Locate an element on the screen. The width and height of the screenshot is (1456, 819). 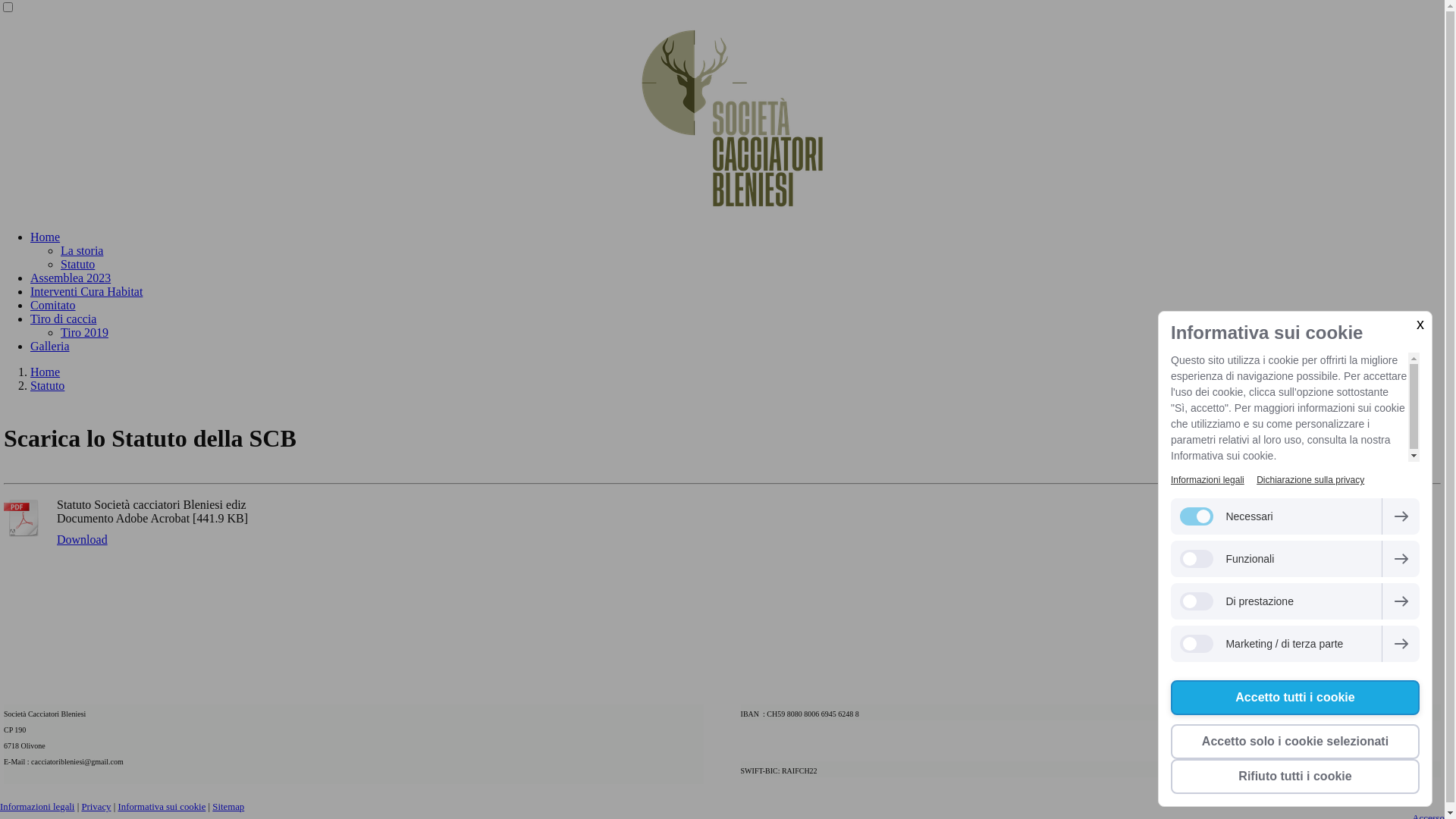
'Privacy' is located at coordinates (95, 806).